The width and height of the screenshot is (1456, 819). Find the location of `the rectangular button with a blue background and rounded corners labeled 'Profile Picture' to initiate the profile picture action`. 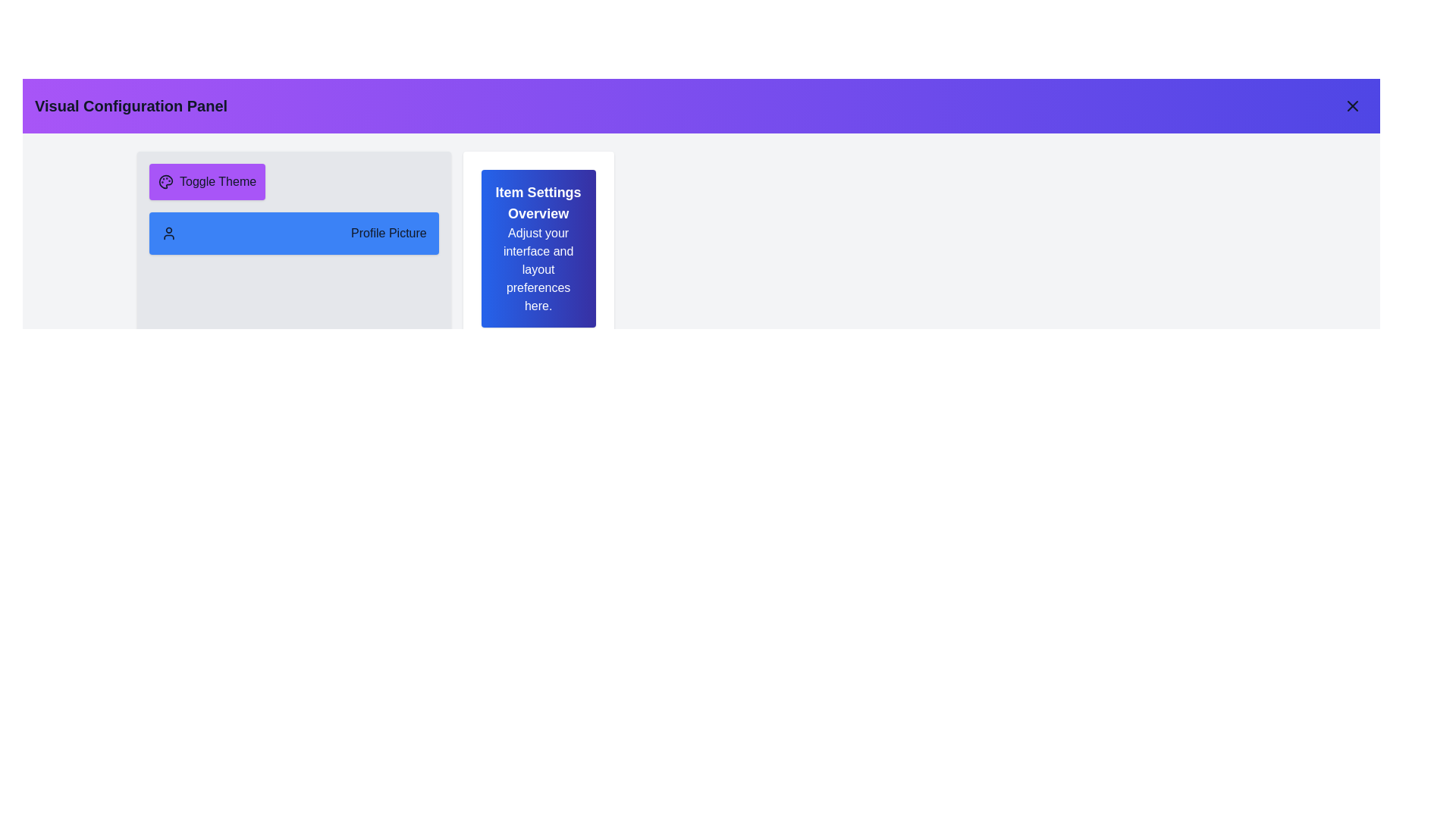

the rectangular button with a blue background and rounded corners labeled 'Profile Picture' to initiate the profile picture action is located at coordinates (293, 247).